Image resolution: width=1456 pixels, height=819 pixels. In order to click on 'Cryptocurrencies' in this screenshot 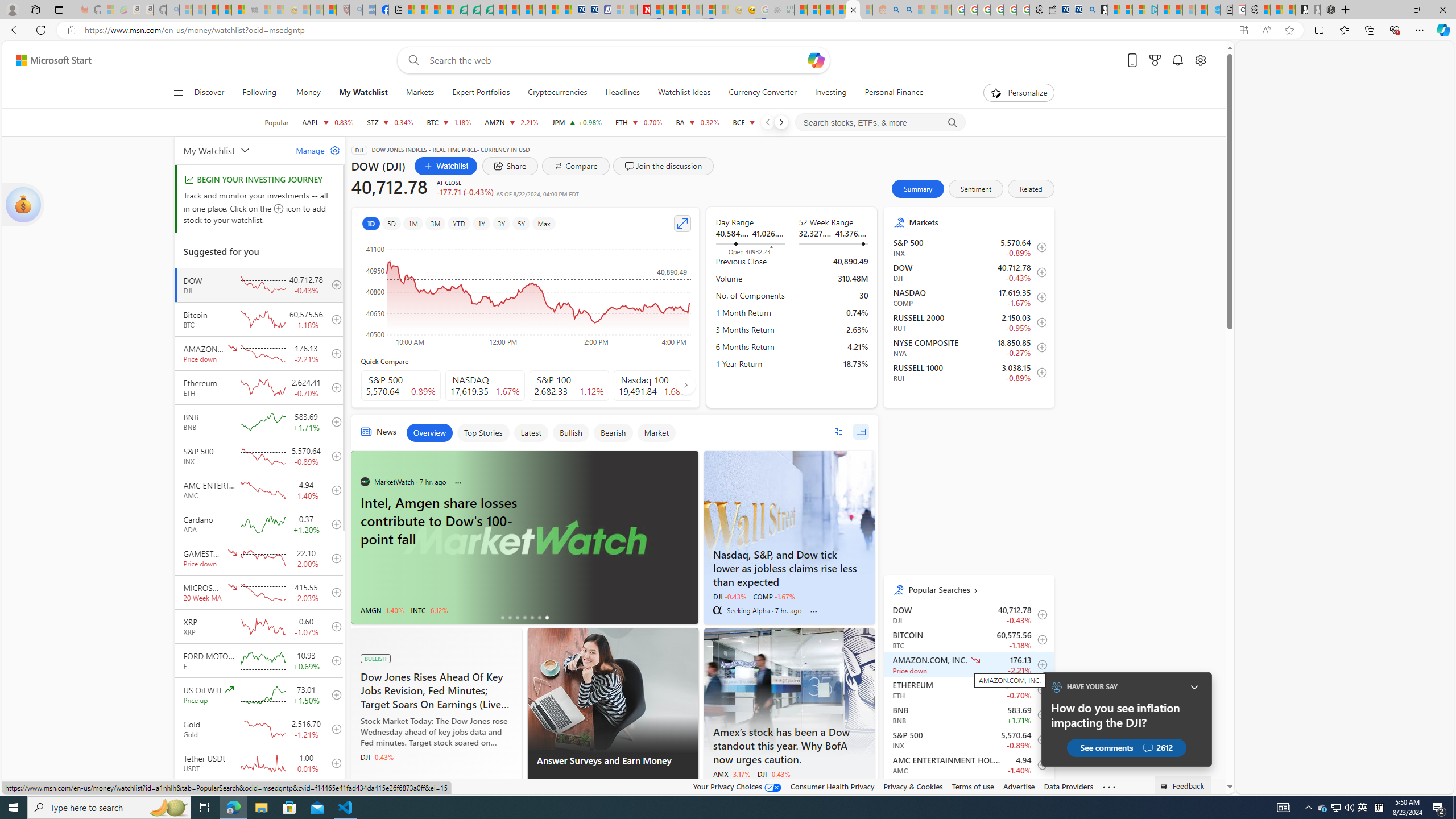, I will do `click(557, 92)`.